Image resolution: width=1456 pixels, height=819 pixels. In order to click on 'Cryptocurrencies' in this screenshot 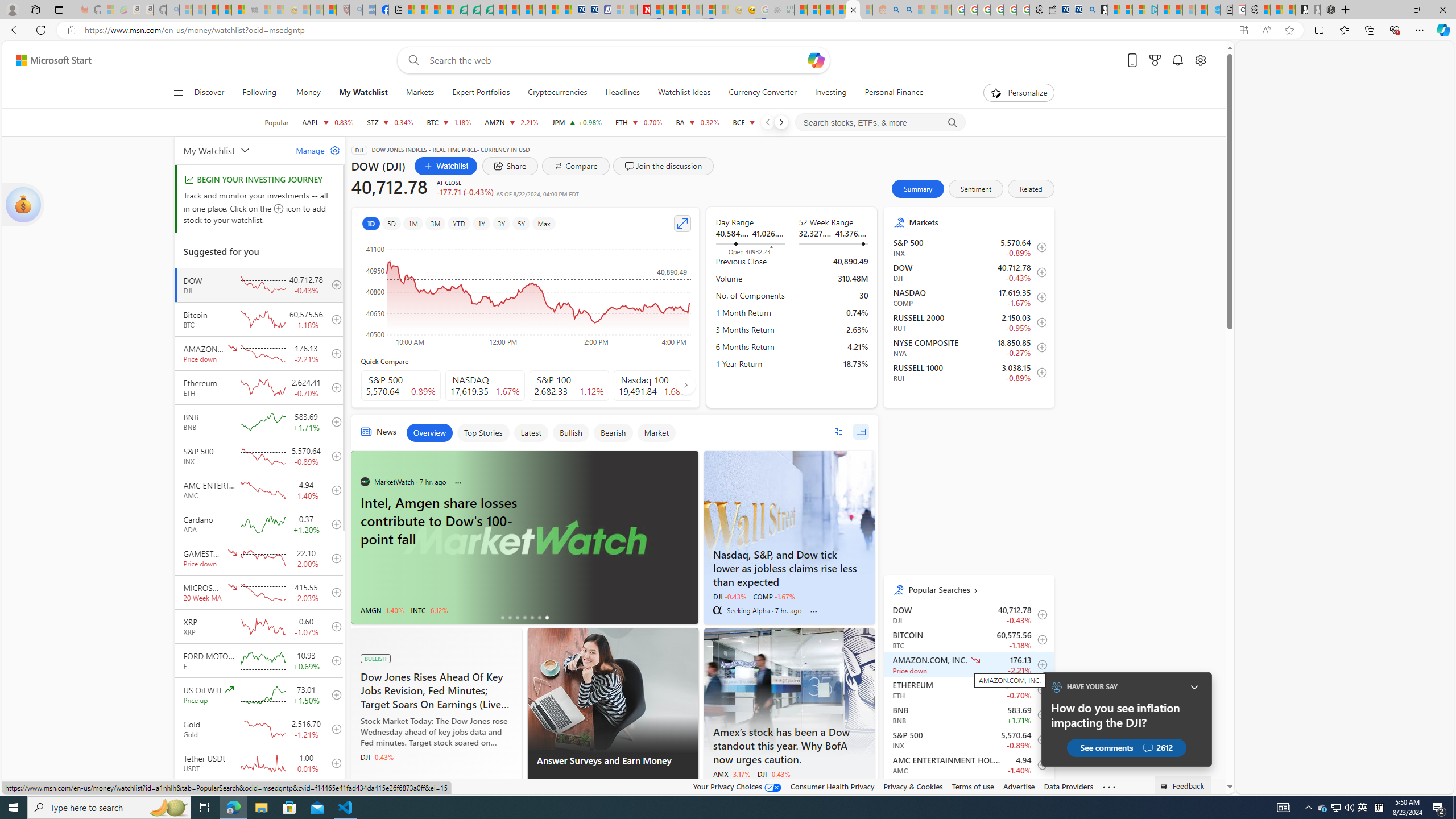, I will do `click(557, 92)`.